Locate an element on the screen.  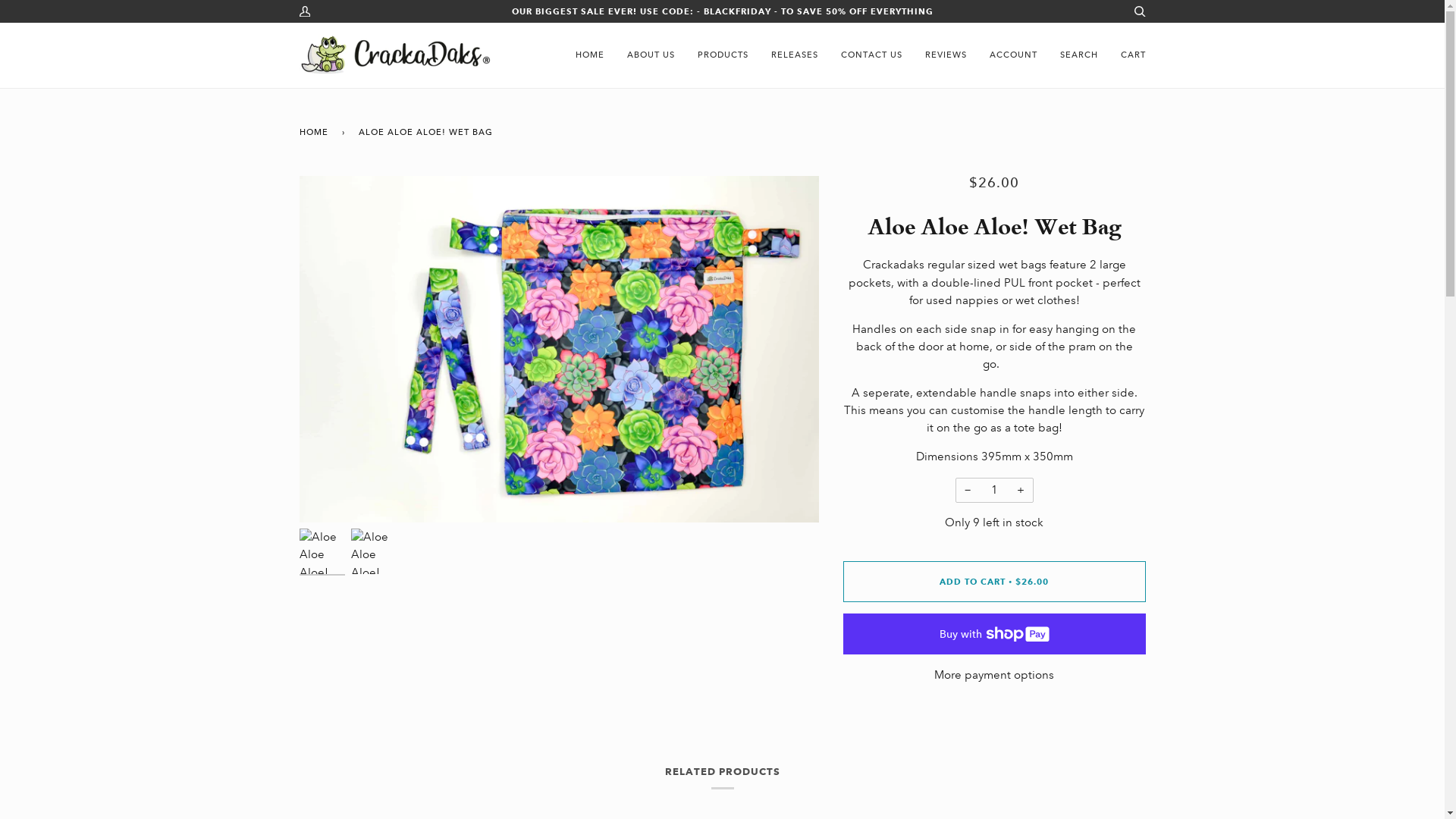
'CONTACT US' is located at coordinates (871, 55).